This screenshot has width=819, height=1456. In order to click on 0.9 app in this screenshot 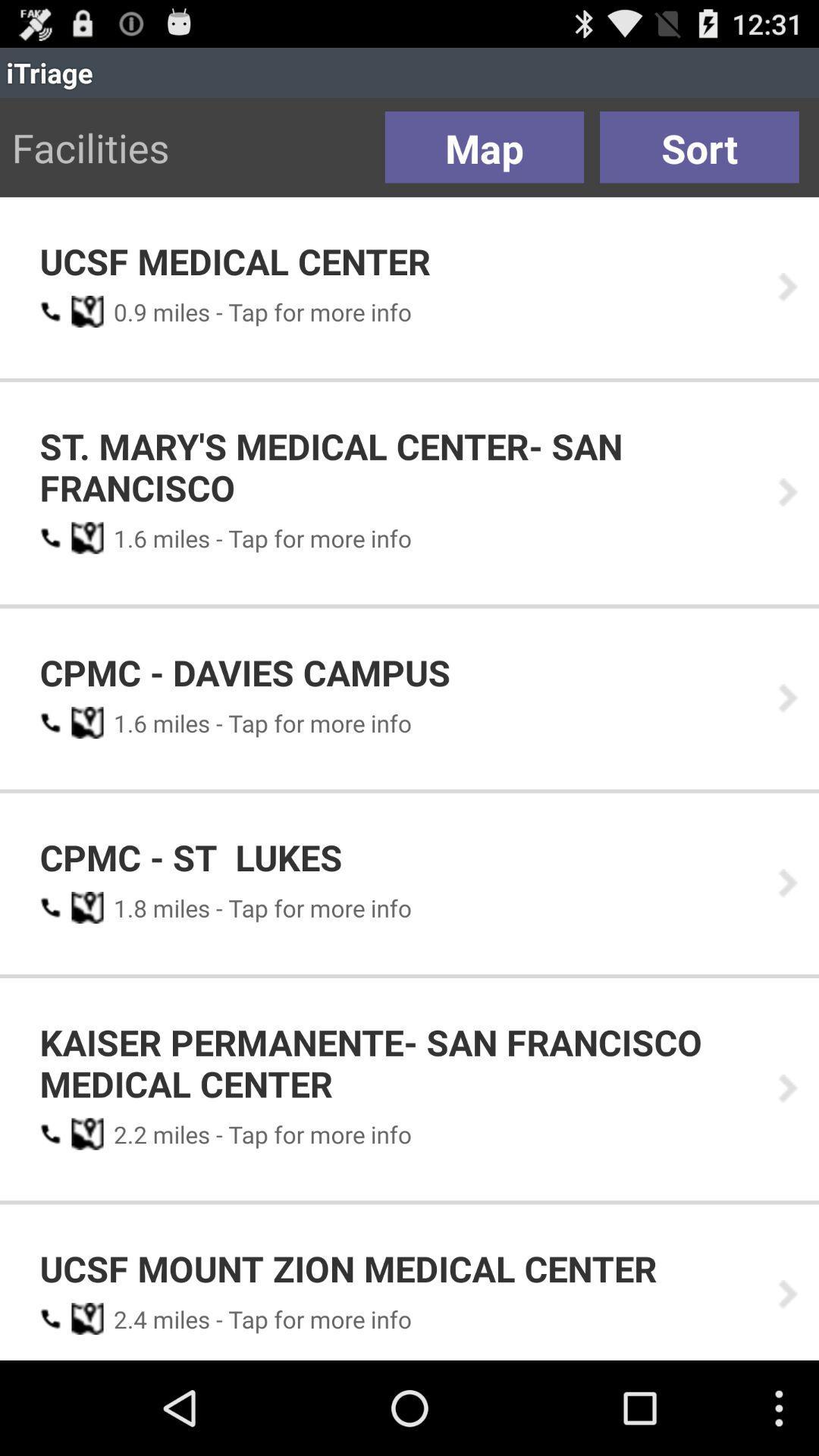, I will do `click(124, 311)`.